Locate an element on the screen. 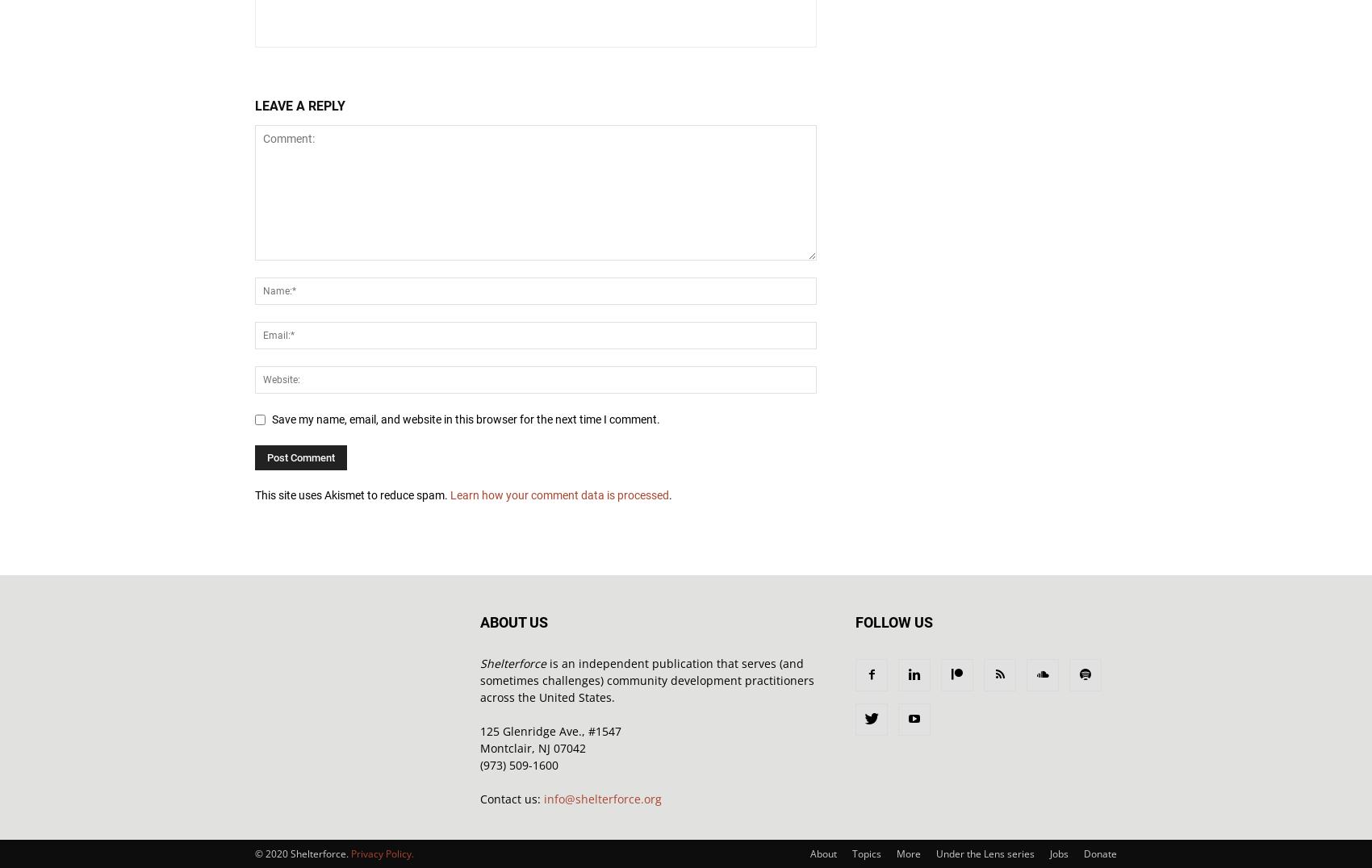 The width and height of the screenshot is (1372, 868). 'Shelterforce' is located at coordinates (512, 662).